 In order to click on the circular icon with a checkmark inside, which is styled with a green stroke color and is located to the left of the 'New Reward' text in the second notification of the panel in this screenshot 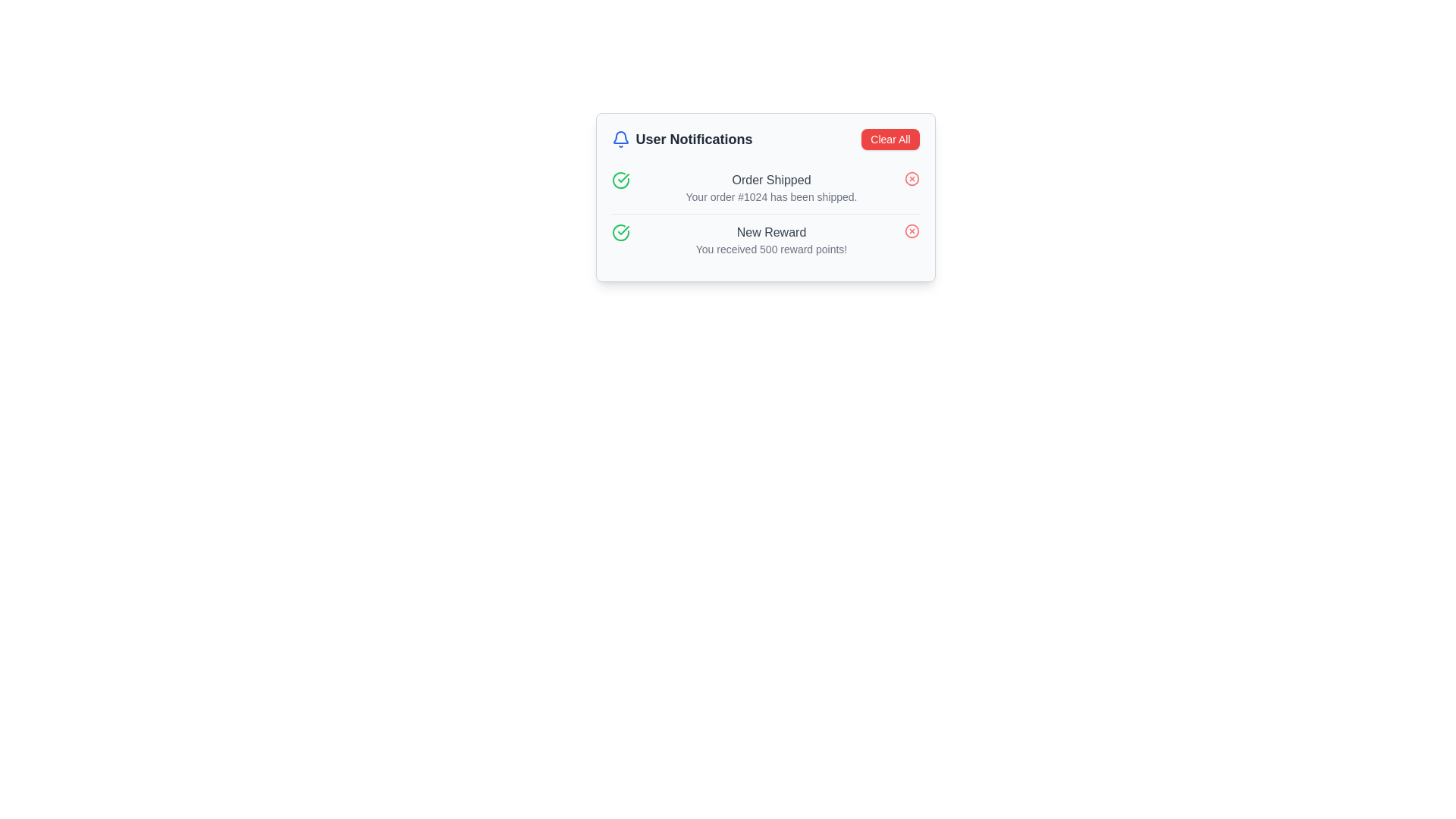, I will do `click(620, 233)`.